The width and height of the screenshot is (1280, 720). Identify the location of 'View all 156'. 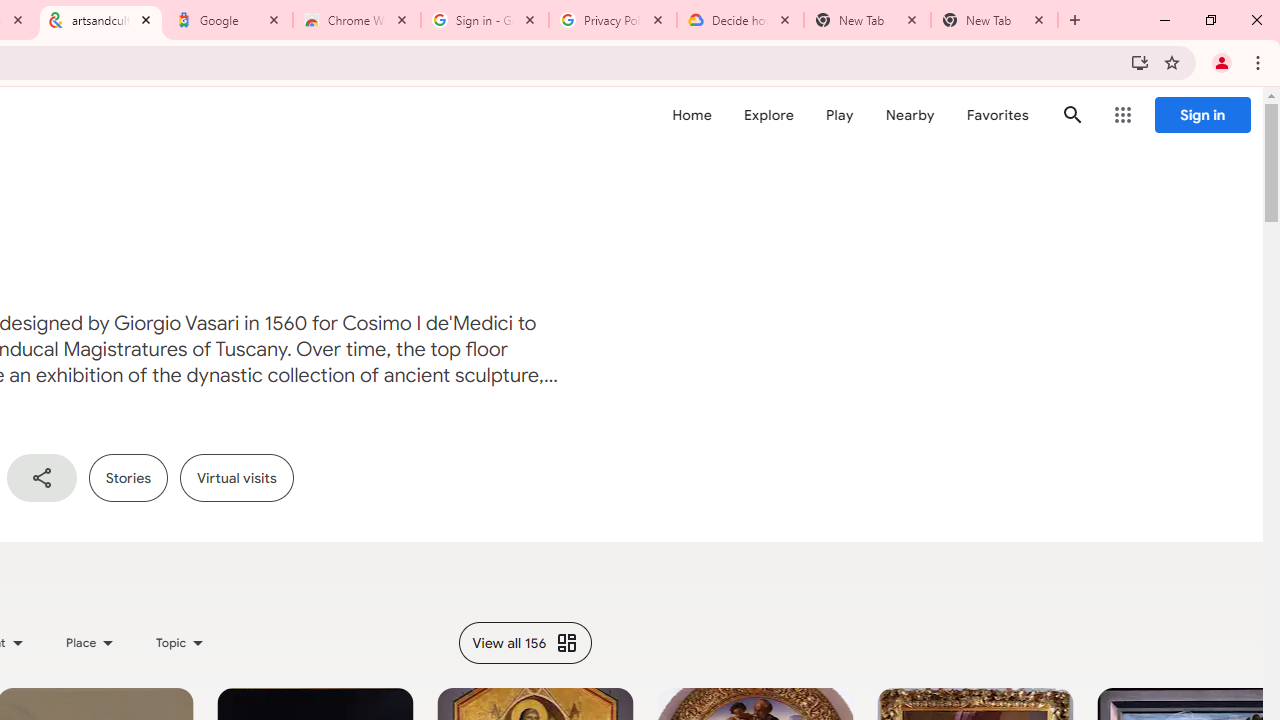
(525, 642).